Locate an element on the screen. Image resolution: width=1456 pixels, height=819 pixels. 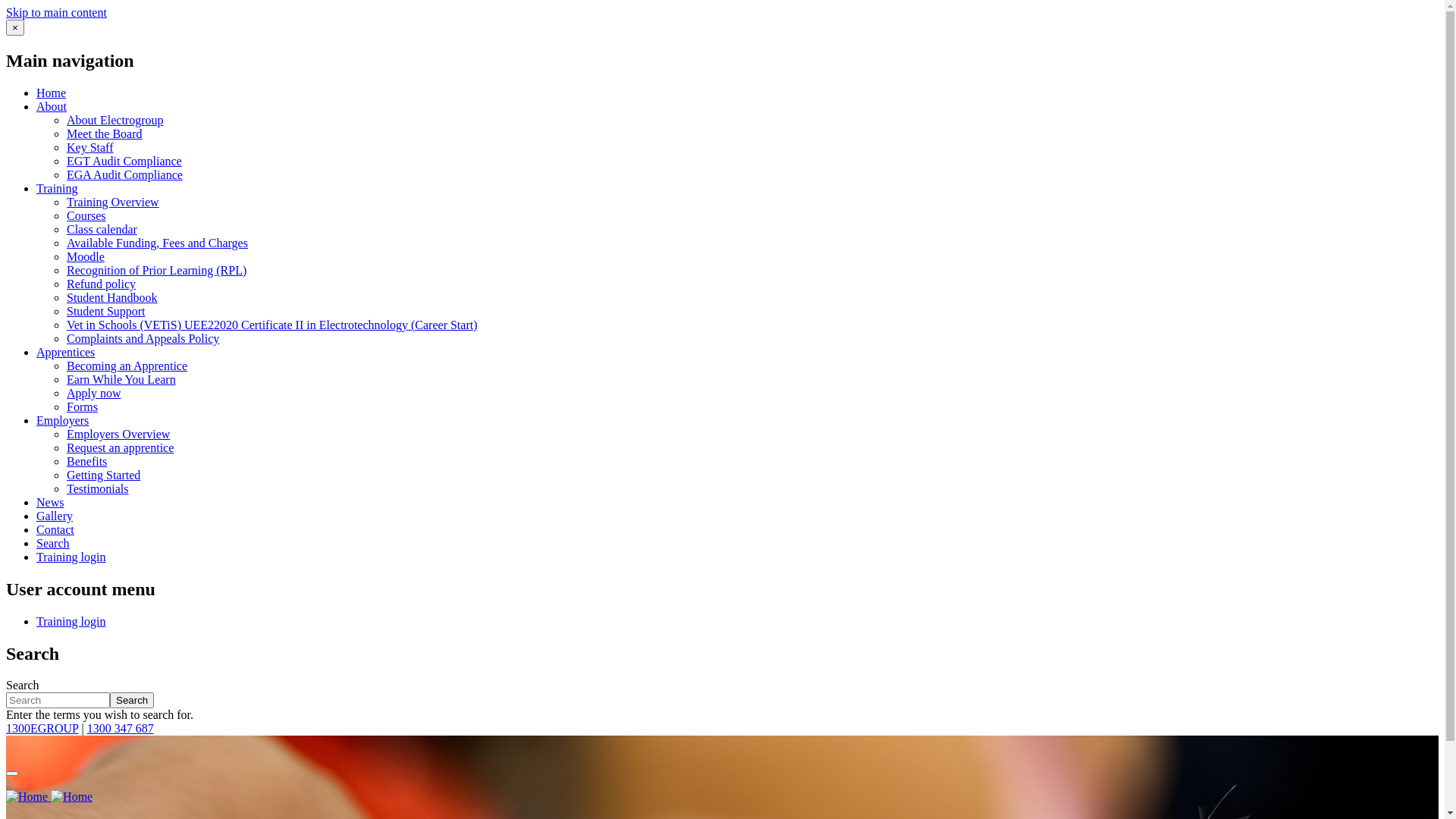
'Employers' is located at coordinates (61, 420).